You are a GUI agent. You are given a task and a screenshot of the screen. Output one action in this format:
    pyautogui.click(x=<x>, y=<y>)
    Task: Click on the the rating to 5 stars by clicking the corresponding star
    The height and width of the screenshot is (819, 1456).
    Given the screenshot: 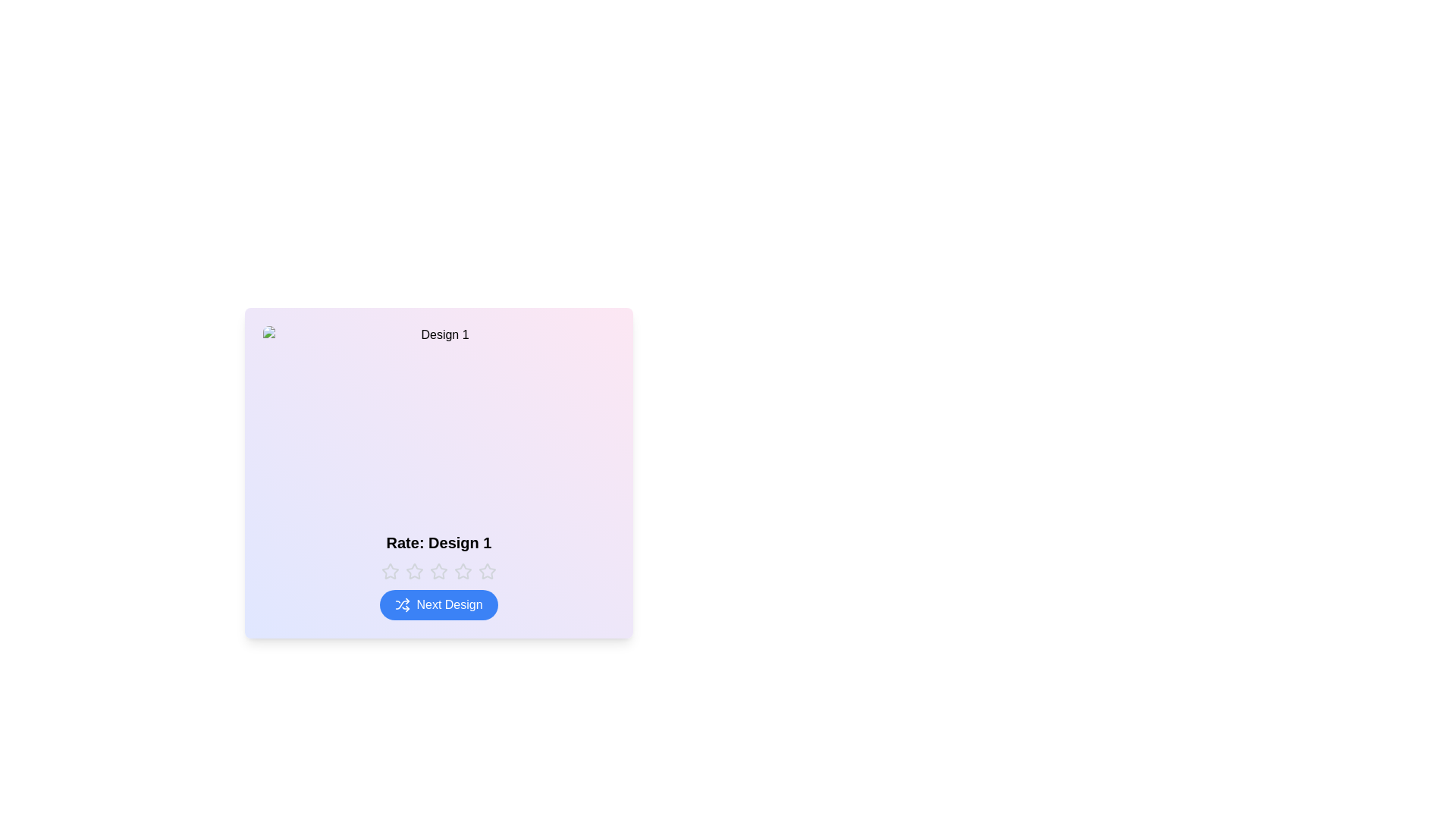 What is the action you would take?
    pyautogui.click(x=488, y=571)
    